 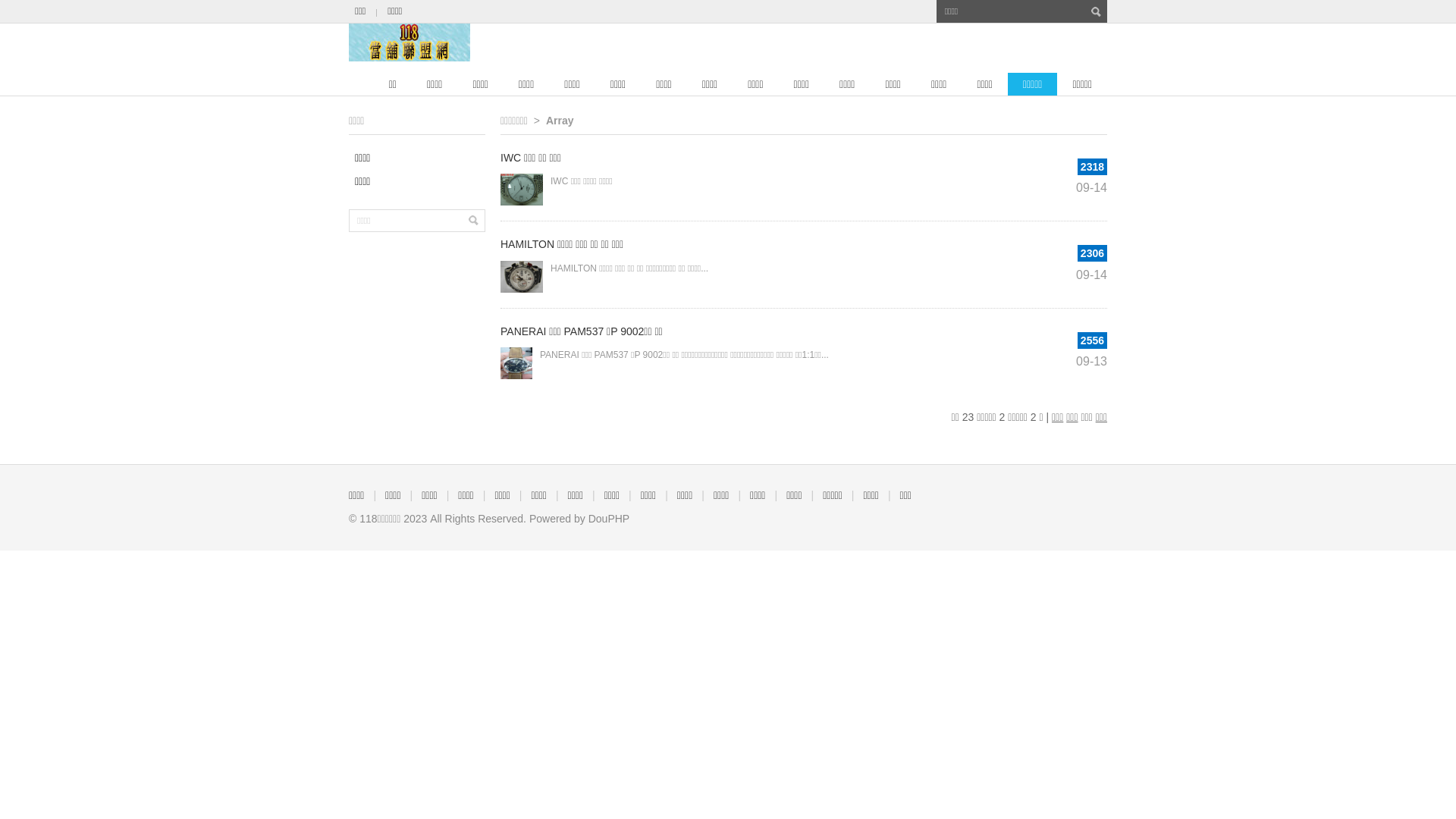 I want to click on 'Powered by DouPHP', so click(x=578, y=517).